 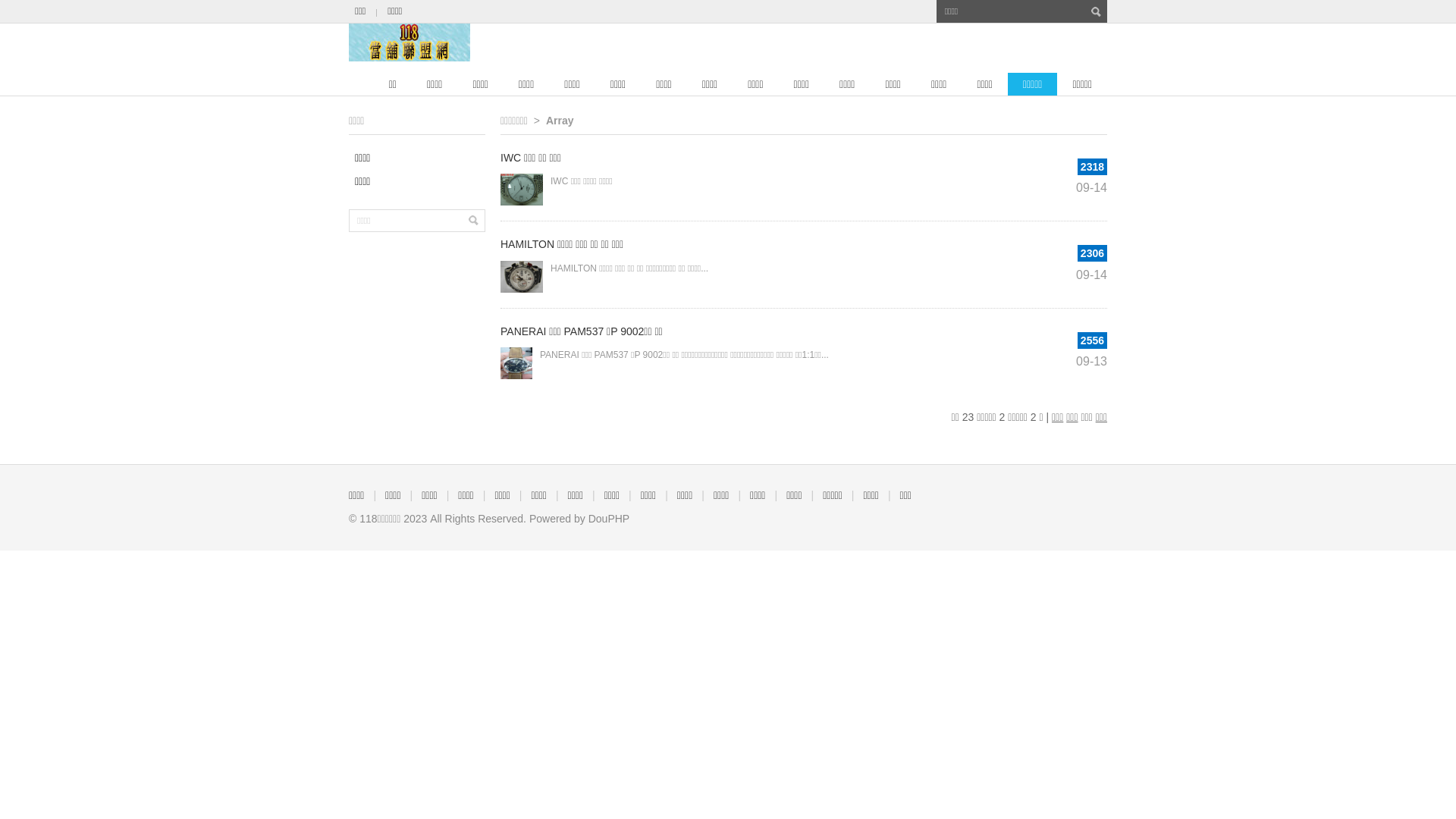 I want to click on 'Powered by DouPHP', so click(x=578, y=517).